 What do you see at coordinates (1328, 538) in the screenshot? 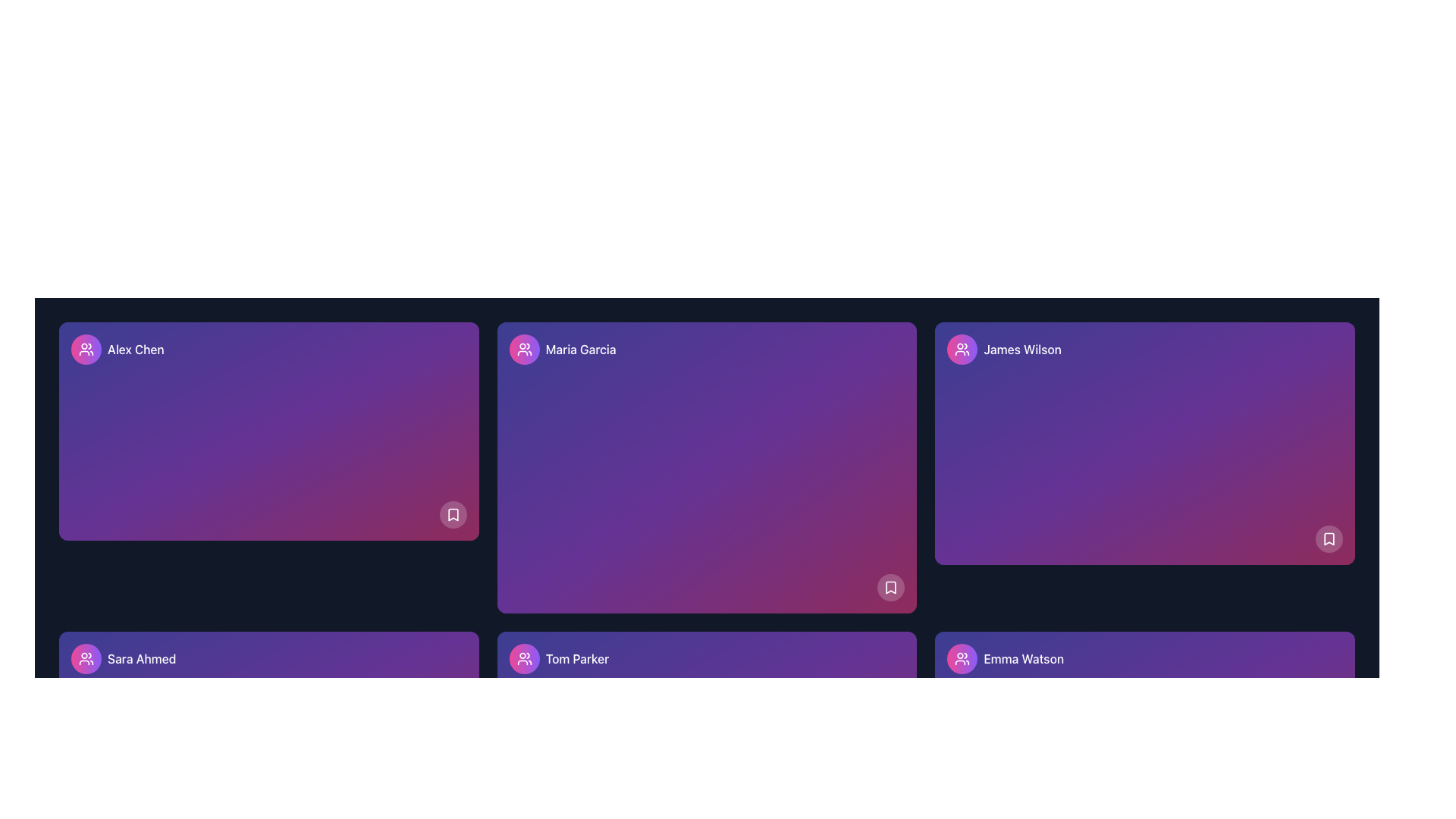
I see `the minimalist bookmark icon located at the bottom-right corner of the card in the second row and third column of the grid layout` at bounding box center [1328, 538].